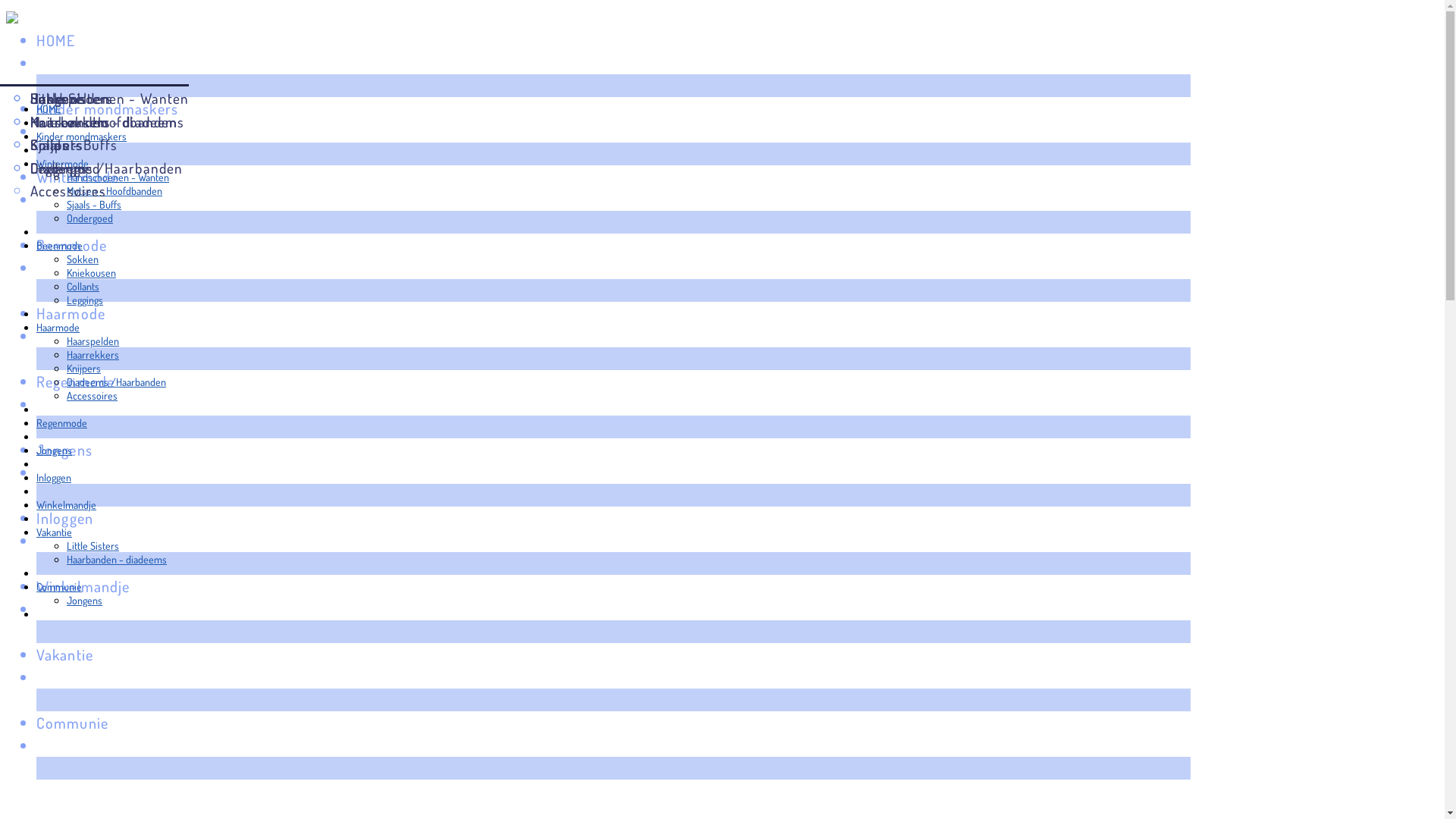  Describe the element at coordinates (93, 203) in the screenshot. I see `'Sjaals - Buffs'` at that location.